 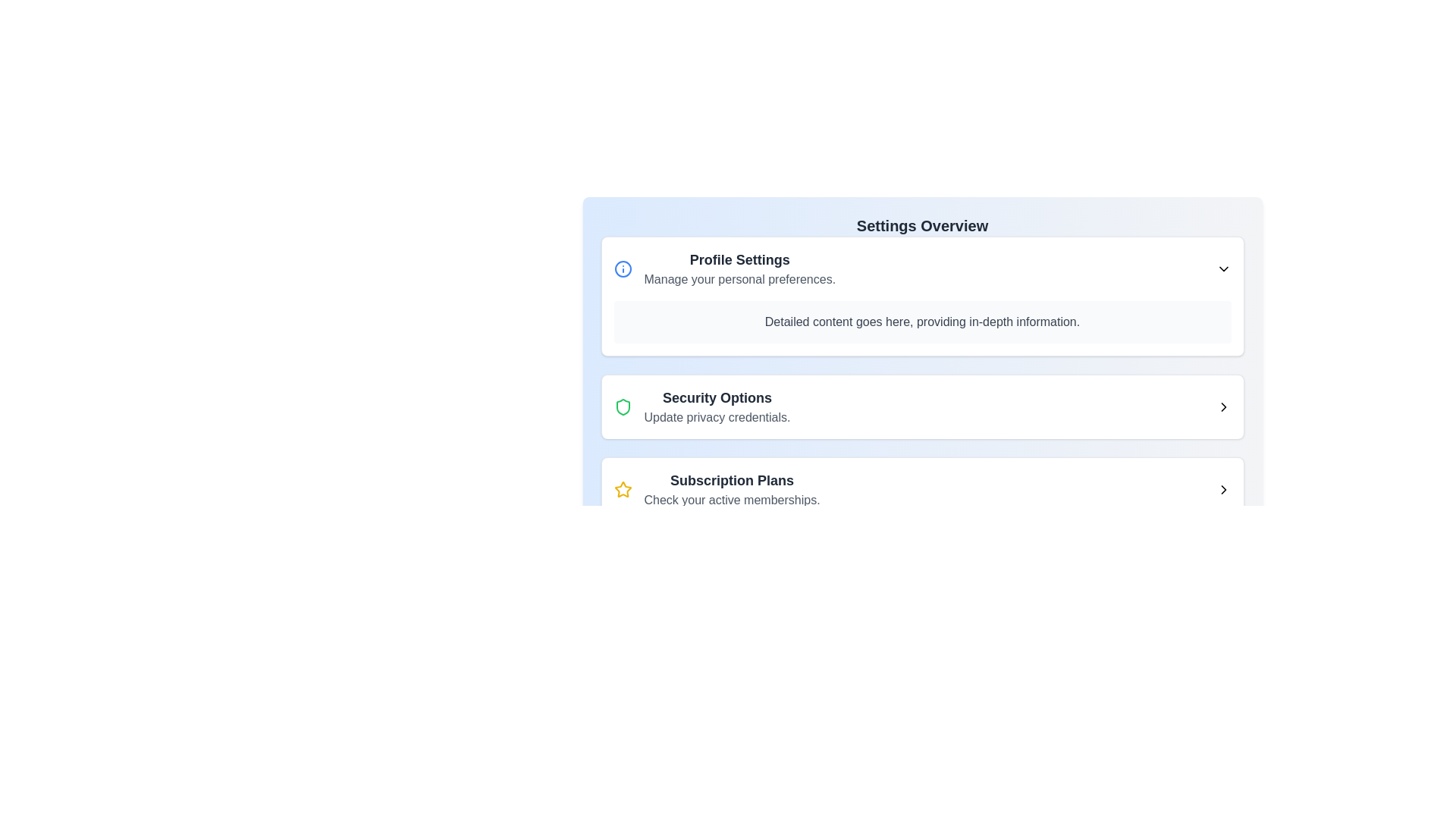 What do you see at coordinates (716, 489) in the screenshot?
I see `the 'Subscription Plans' text with star icon, which directs the user to manage or view subscription plan details` at bounding box center [716, 489].